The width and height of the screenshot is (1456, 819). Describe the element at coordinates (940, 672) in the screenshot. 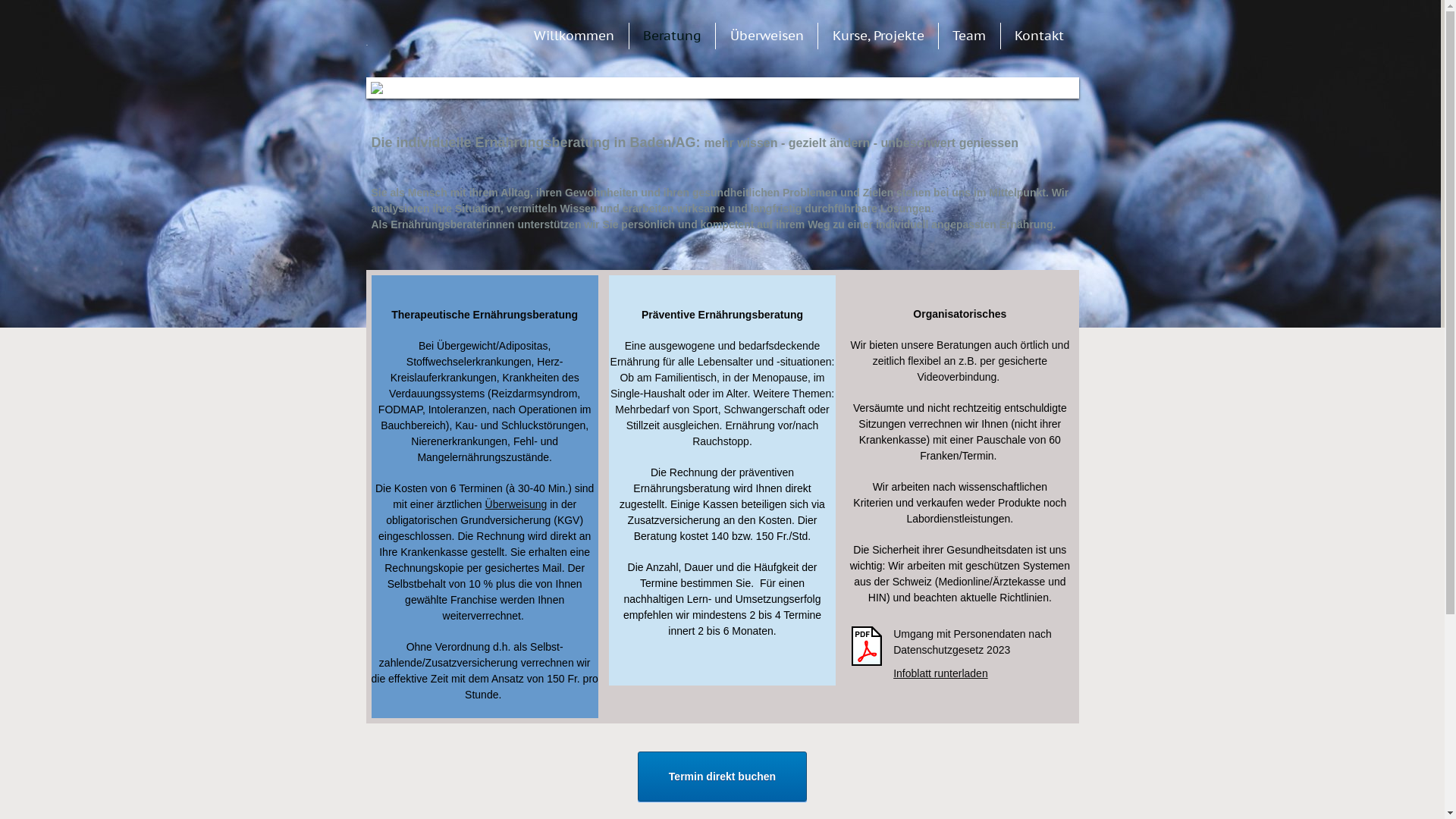

I see `'Infoblatt runterladen'` at that location.